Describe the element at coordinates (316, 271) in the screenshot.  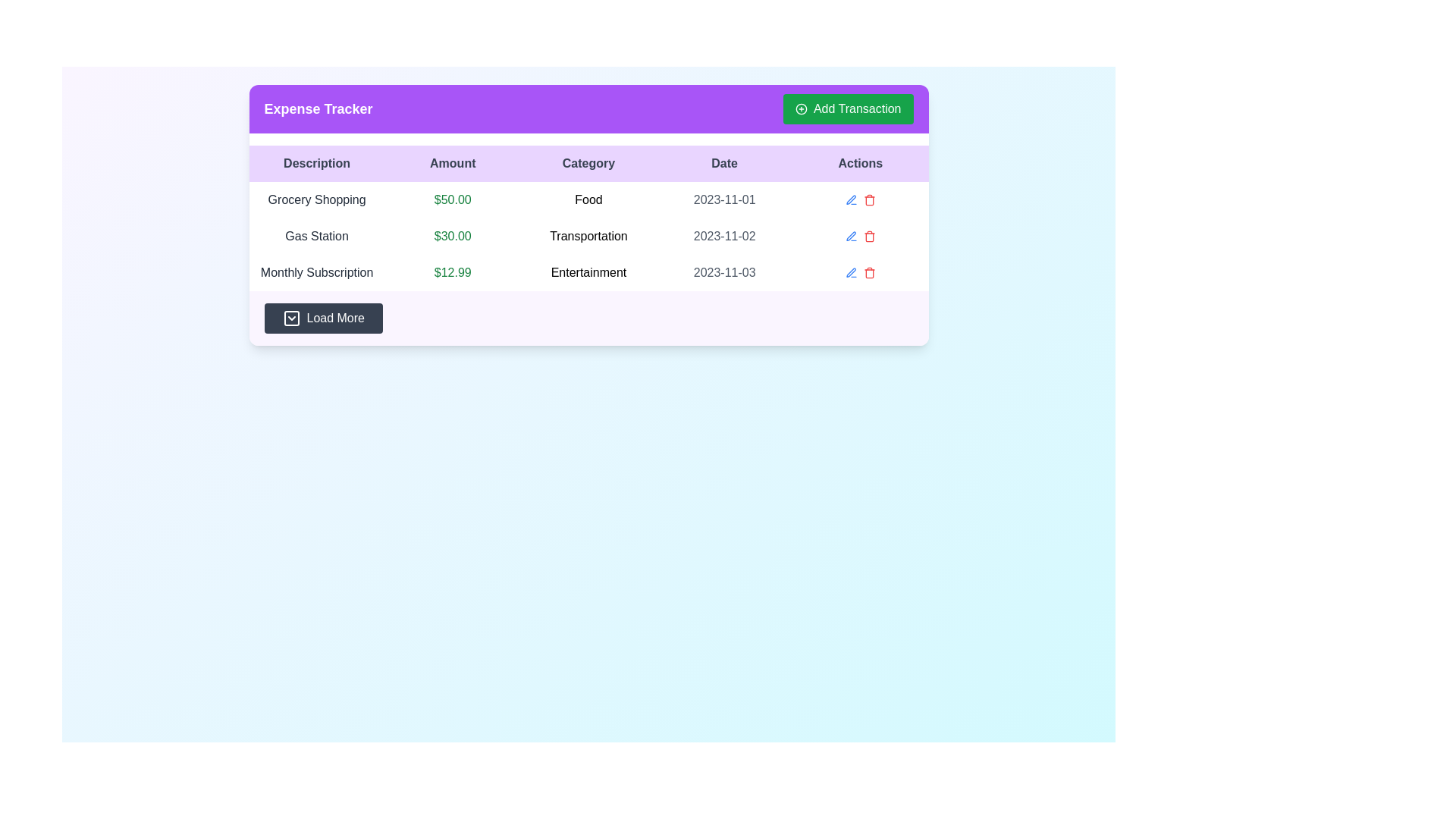
I see `the Text label in the 'Description' column of the expense tracker table, specifically in the third row, which describes the transaction entry` at that location.